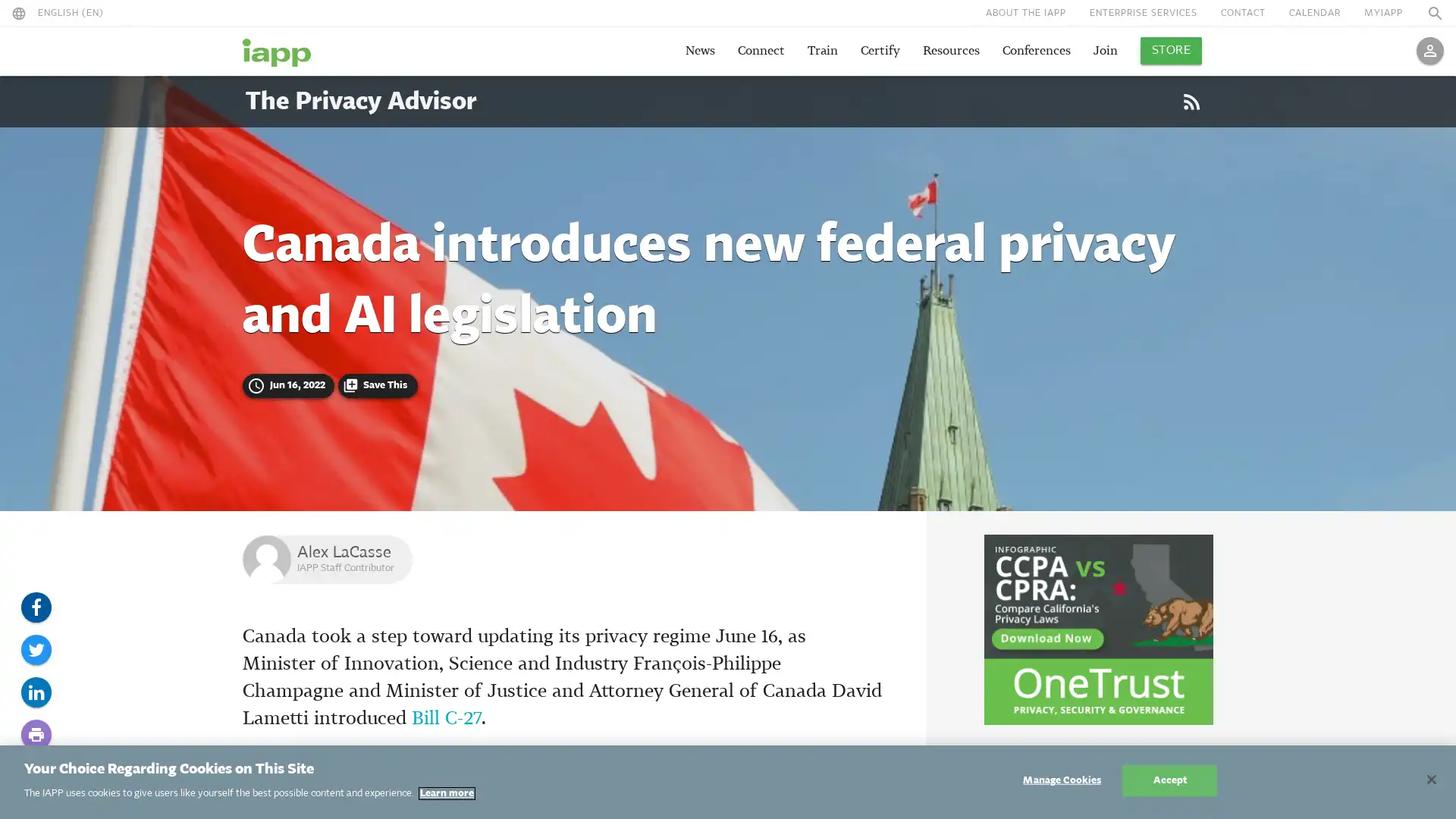 This screenshot has height=819, width=1456. I want to click on Close, so click(1430, 780).